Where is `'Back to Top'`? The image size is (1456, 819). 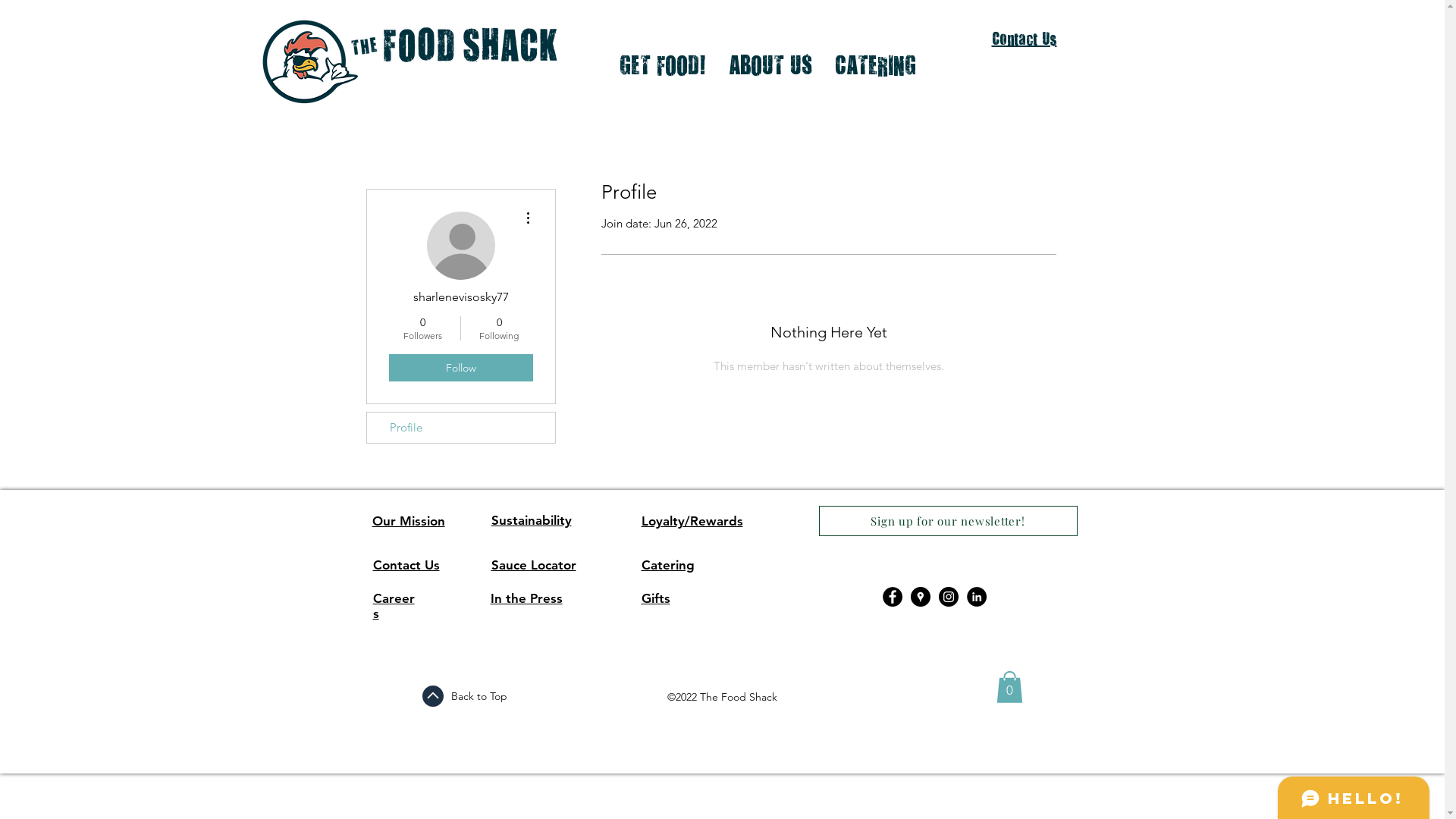 'Back to Top' is located at coordinates (477, 696).